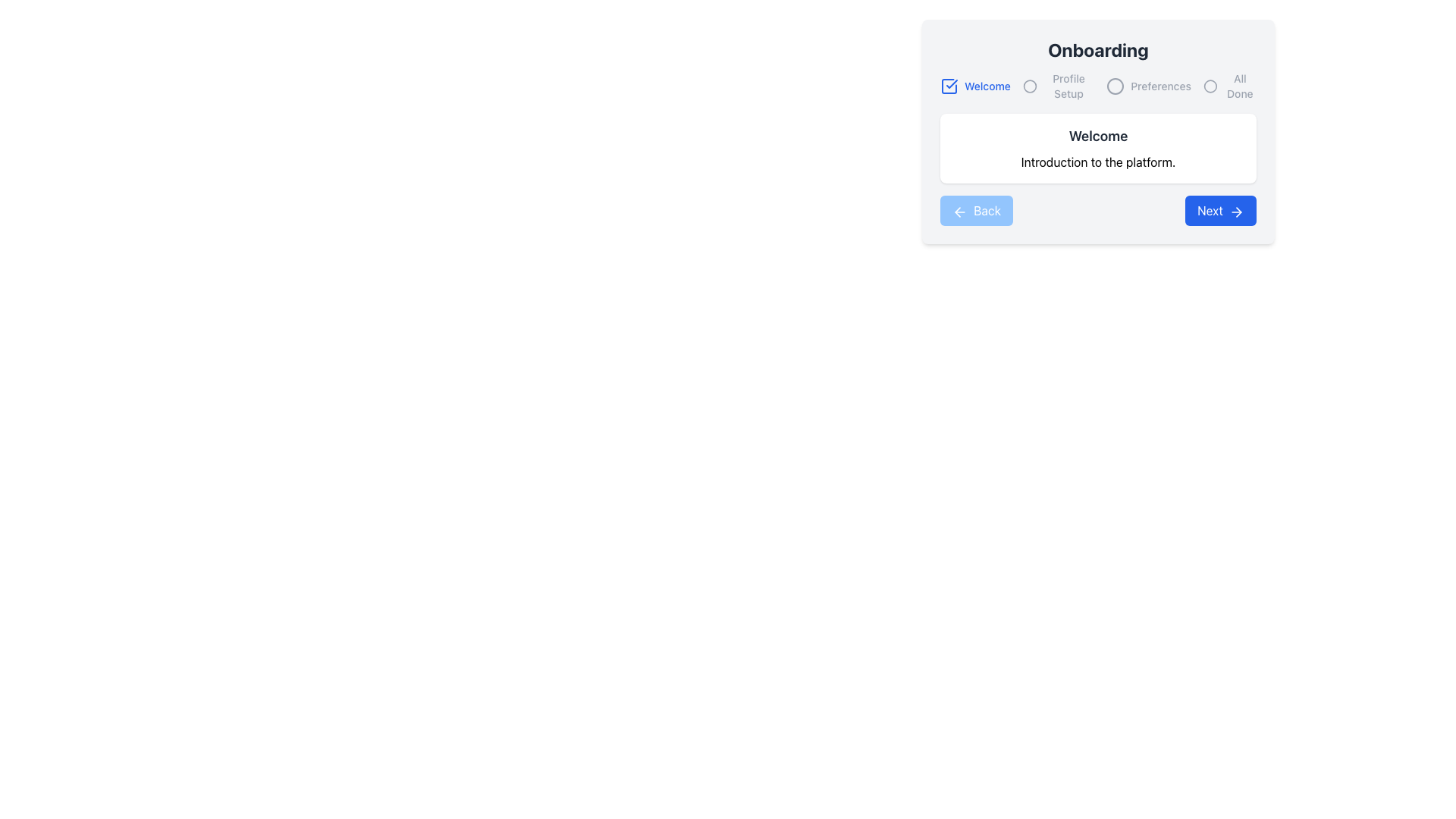  What do you see at coordinates (1230, 86) in the screenshot?
I see `the 'All Done' icon with text, which is the fourth element in a horizontal navigation bar, indicated by a gray circular outline and the text 'All Done'` at bounding box center [1230, 86].